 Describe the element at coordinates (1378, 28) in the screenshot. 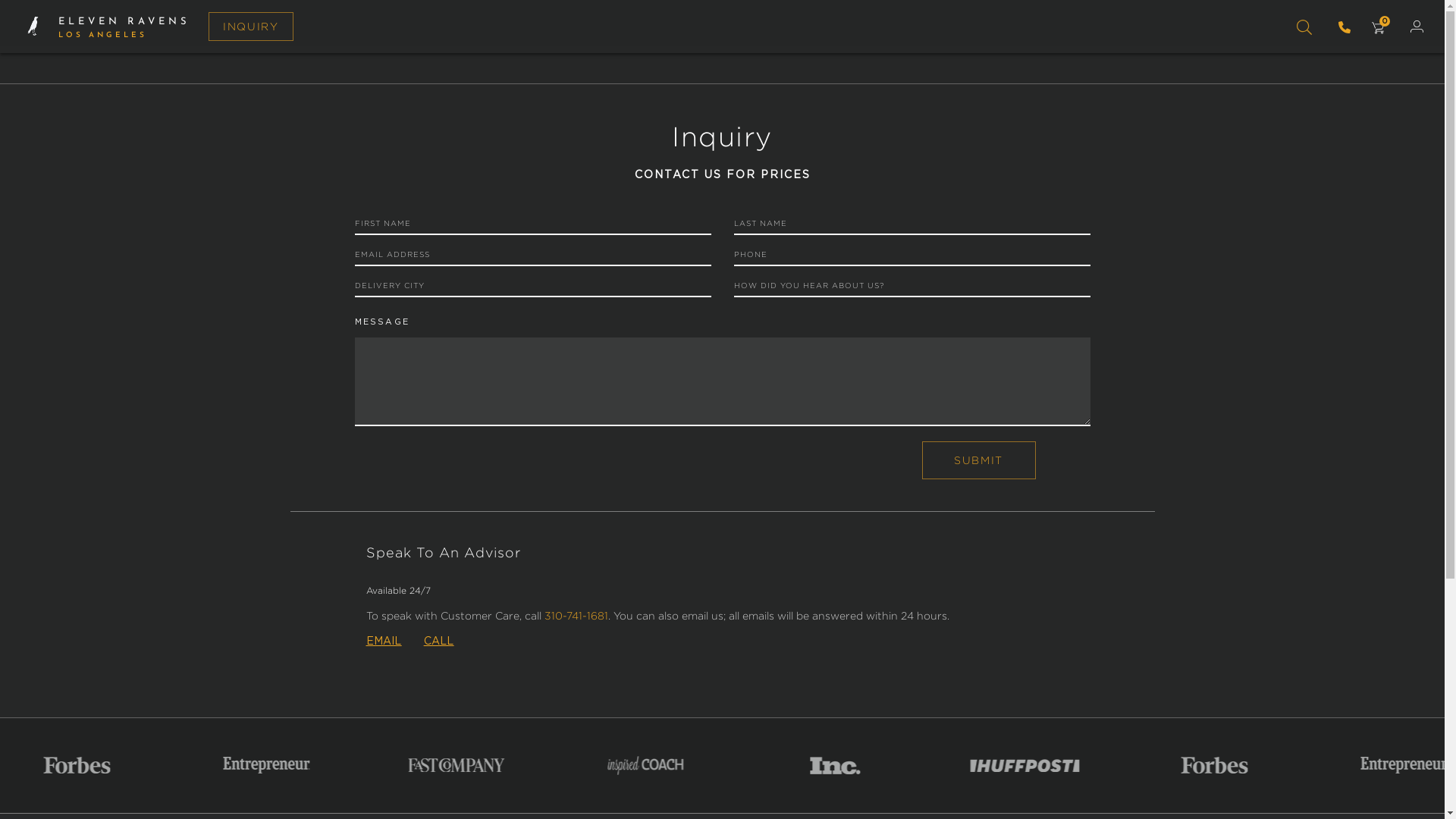

I see `'CART CART` at that location.